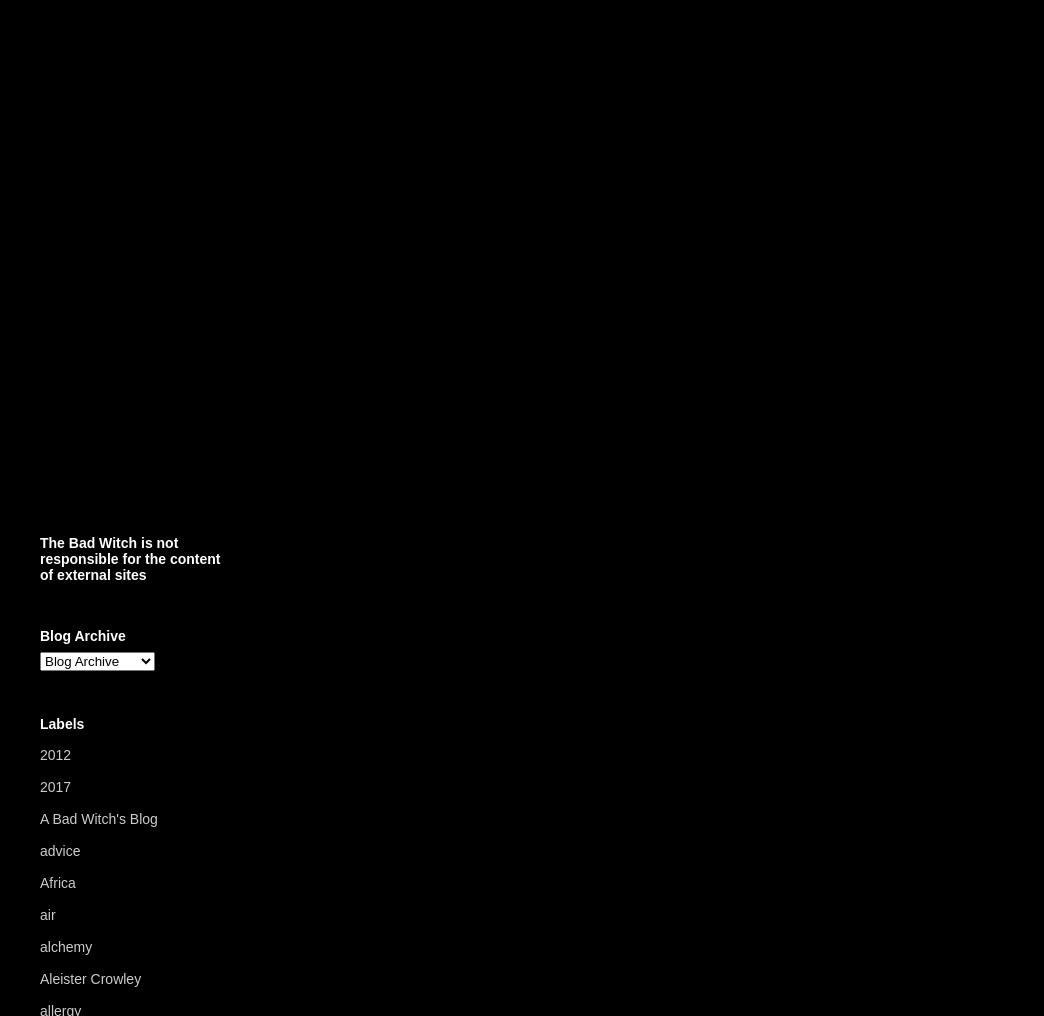  I want to click on '(24)', so click(107, 946).